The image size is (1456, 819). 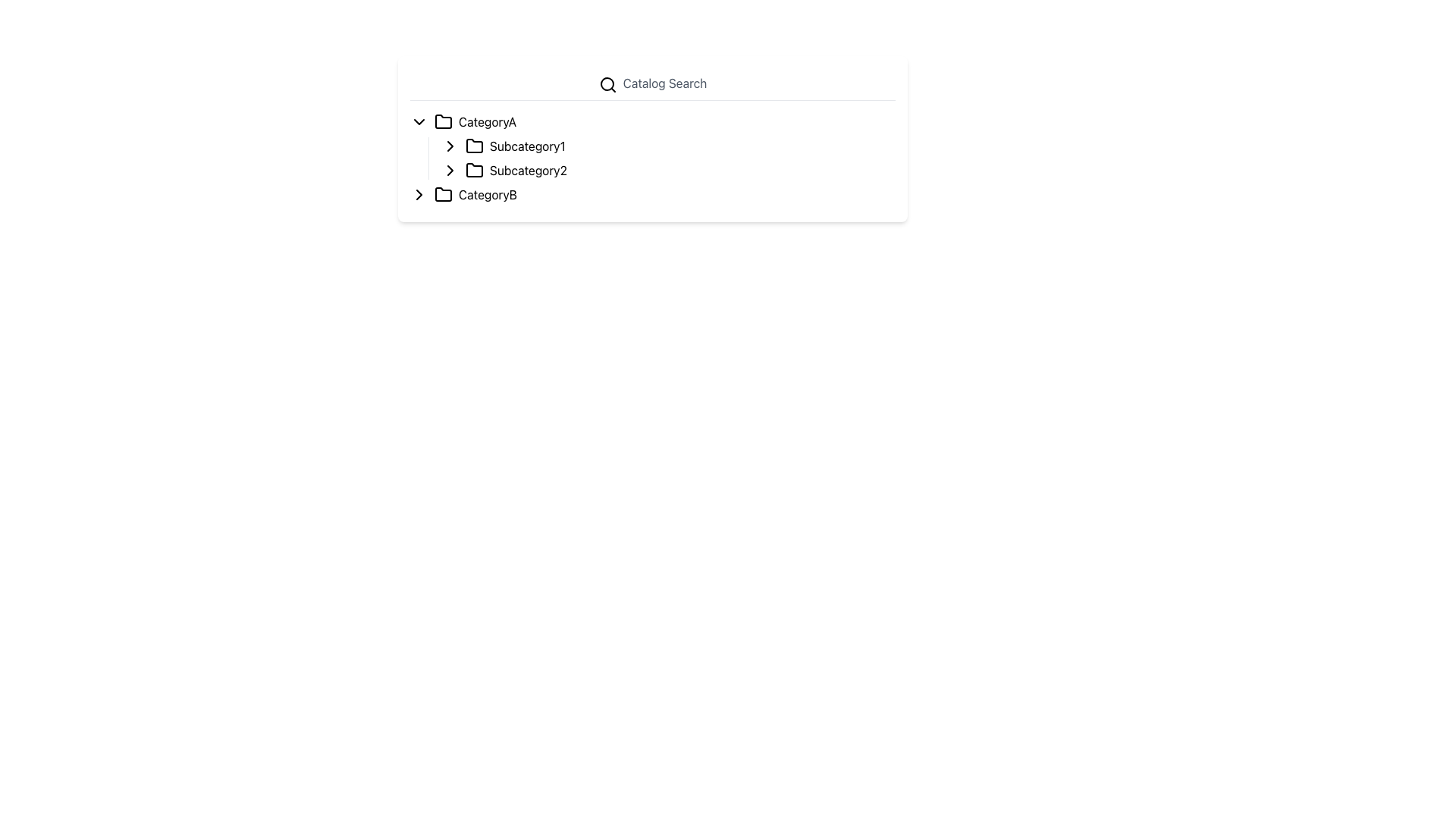 What do you see at coordinates (473, 146) in the screenshot?
I see `the folder icon representing the subcategory next to the 'Subcategory1' label` at bounding box center [473, 146].